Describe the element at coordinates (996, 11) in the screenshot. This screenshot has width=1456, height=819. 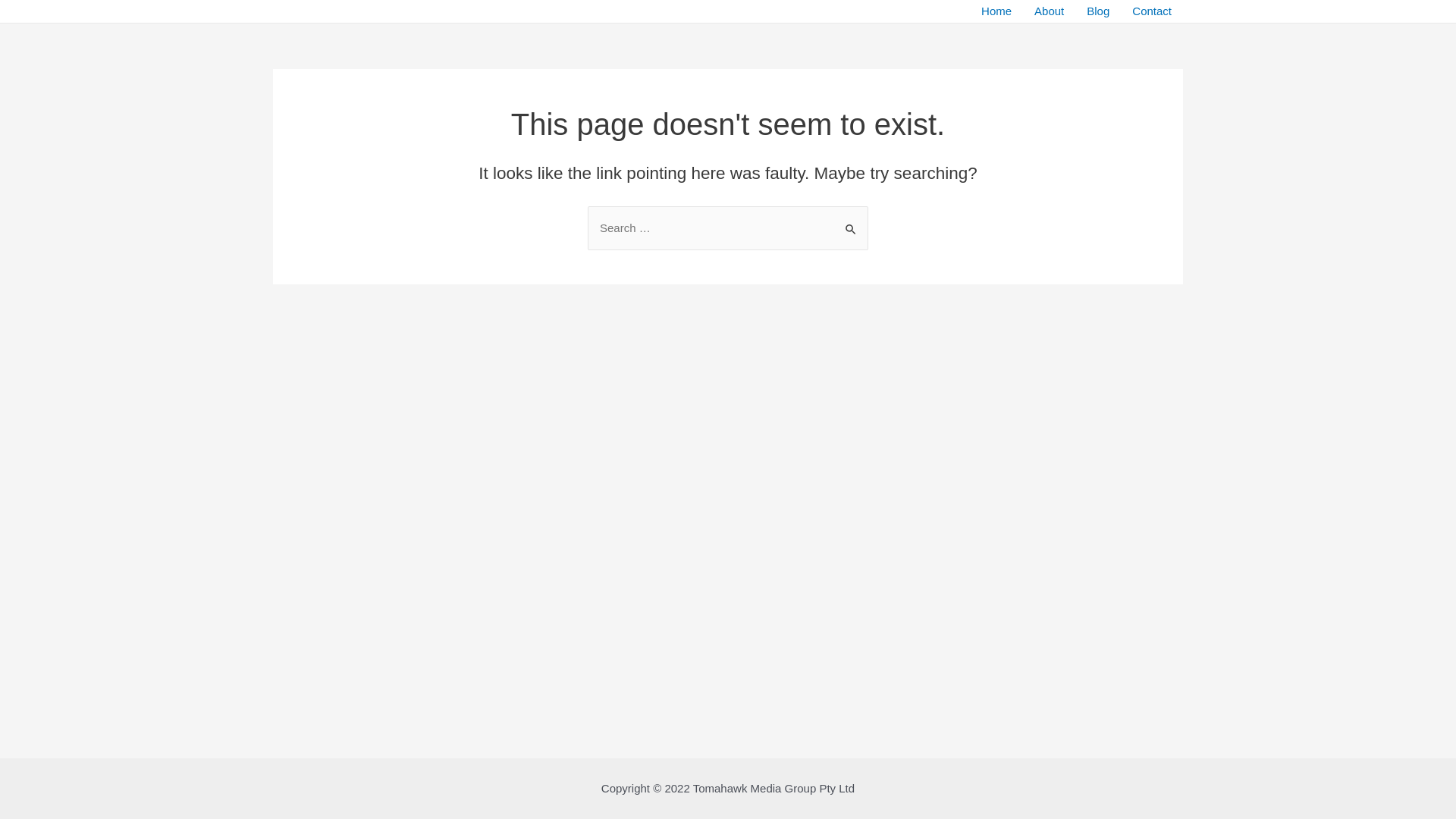
I see `'Home'` at that location.